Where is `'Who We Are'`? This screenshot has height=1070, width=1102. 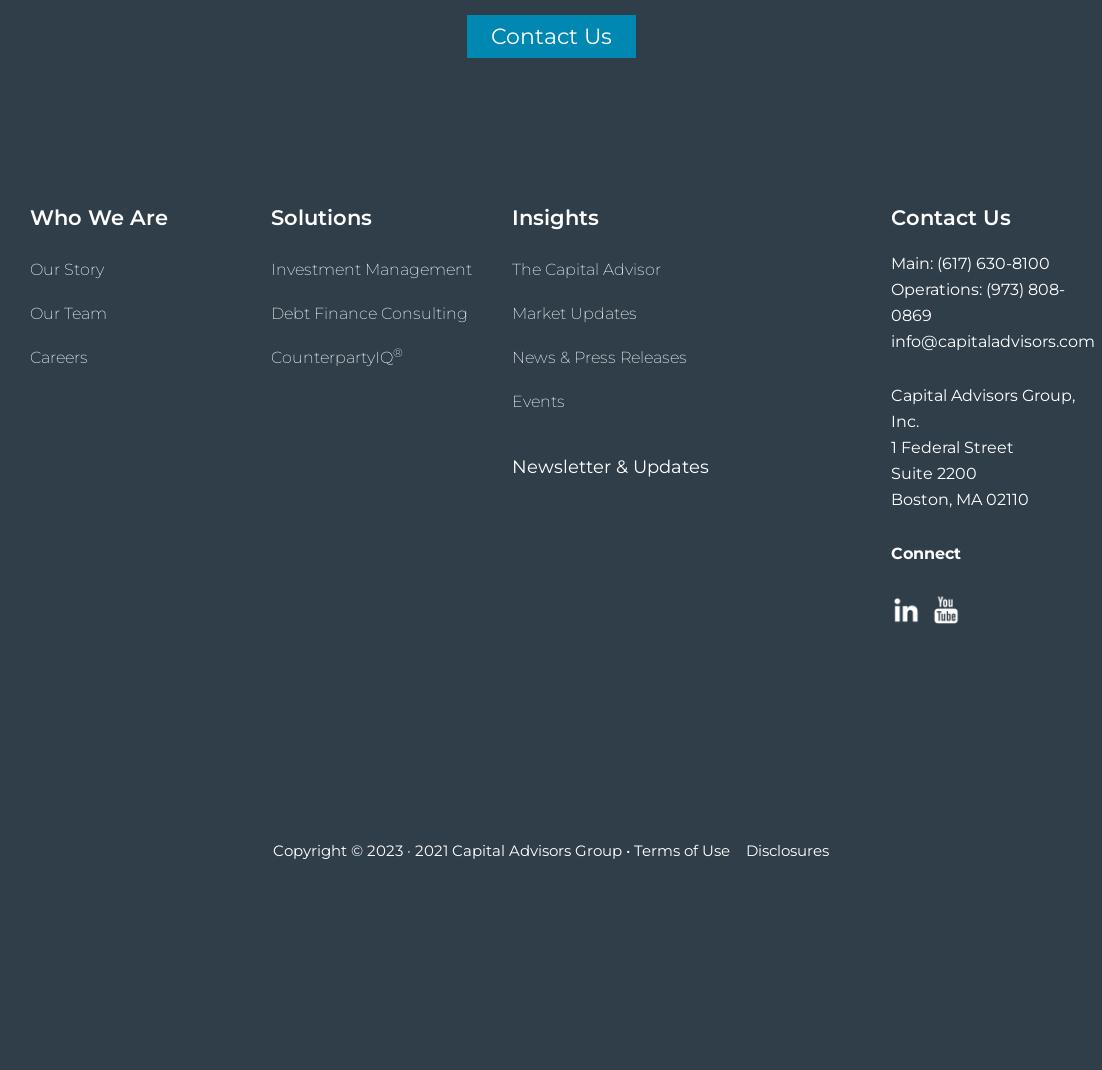 'Who We Are' is located at coordinates (98, 216).